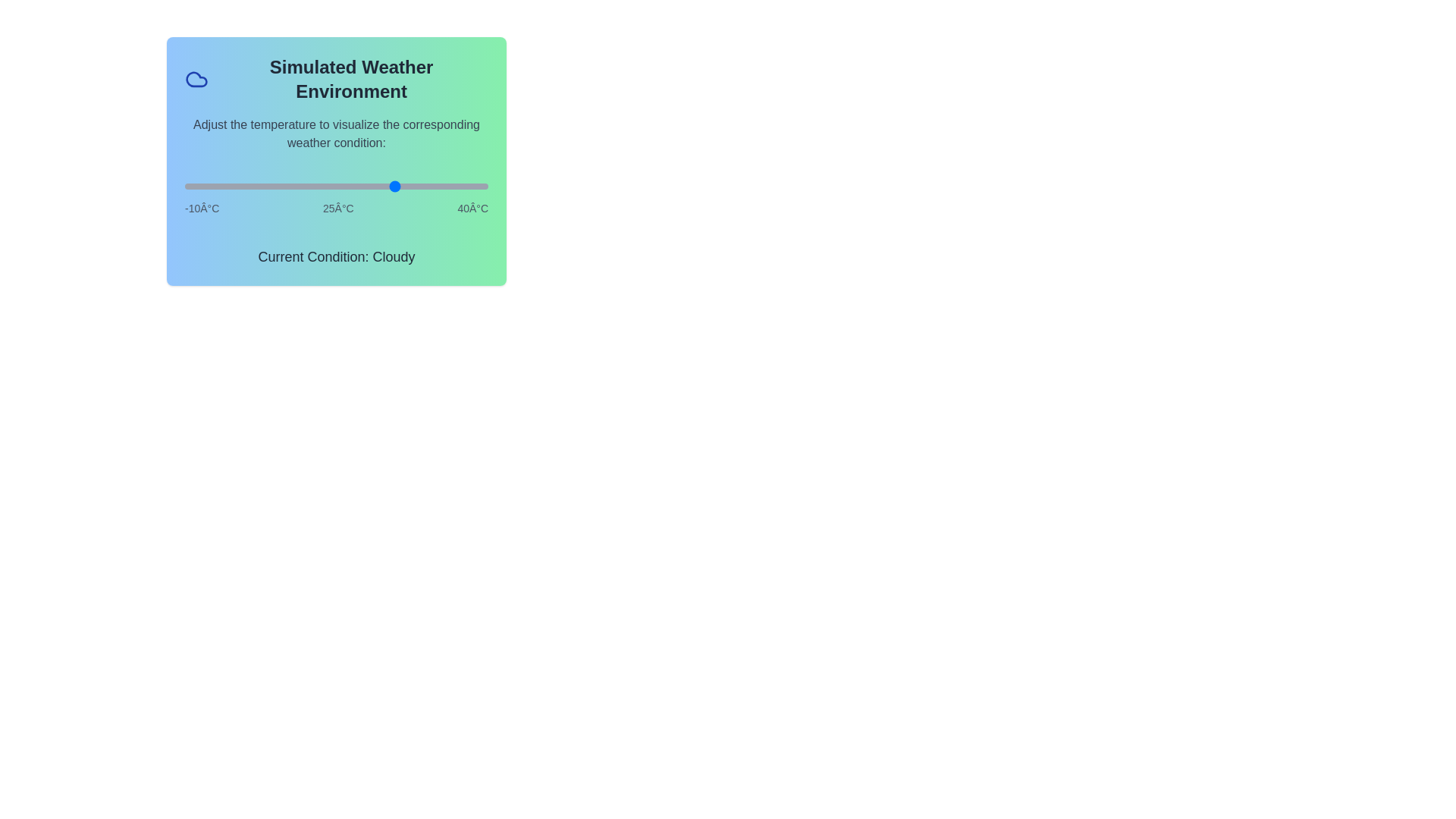  I want to click on the temperature slider to 26 degrees Celsius, so click(403, 186).